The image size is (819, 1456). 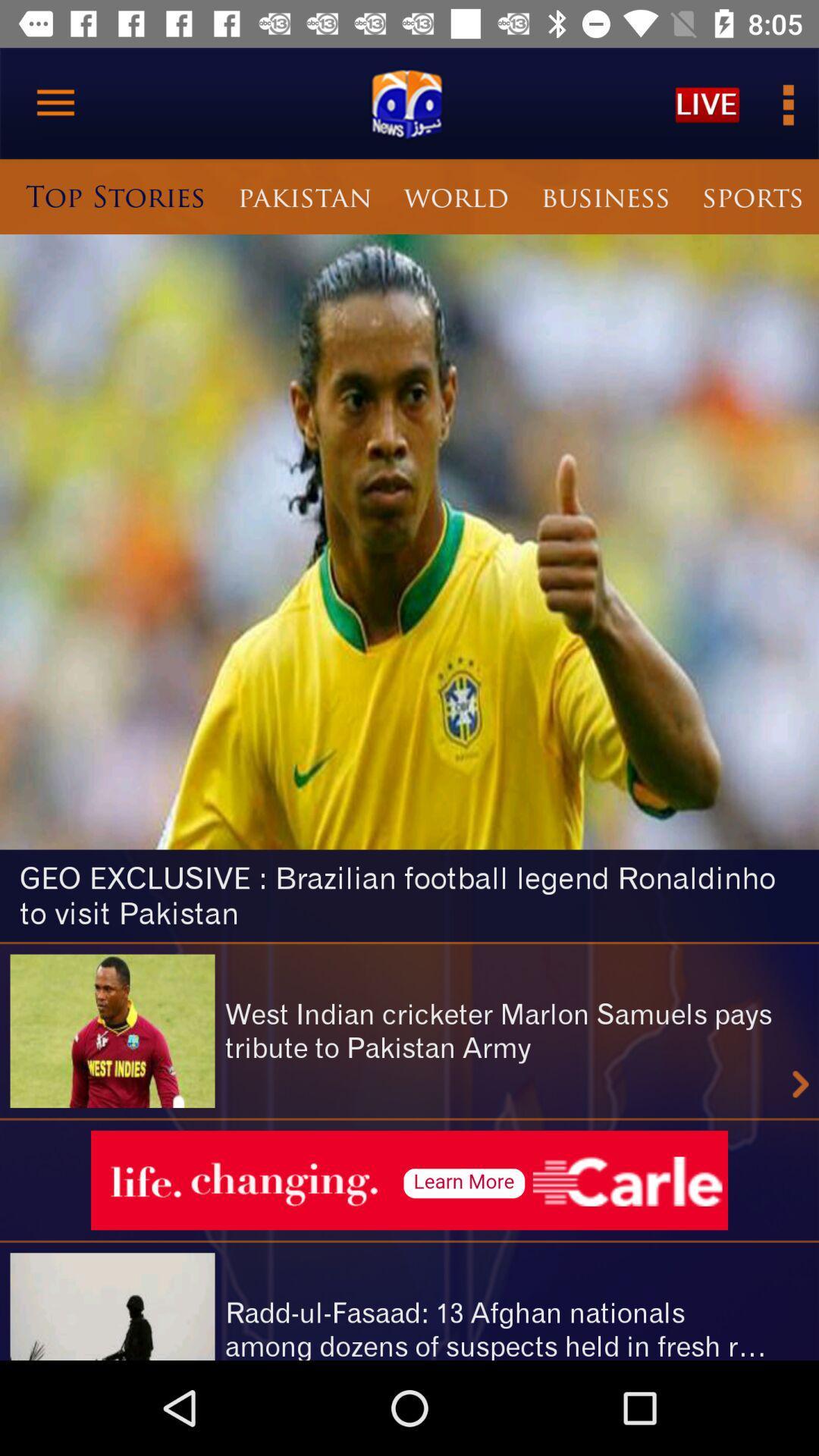 What do you see at coordinates (800, 1084) in the screenshot?
I see `the arrow` at bounding box center [800, 1084].